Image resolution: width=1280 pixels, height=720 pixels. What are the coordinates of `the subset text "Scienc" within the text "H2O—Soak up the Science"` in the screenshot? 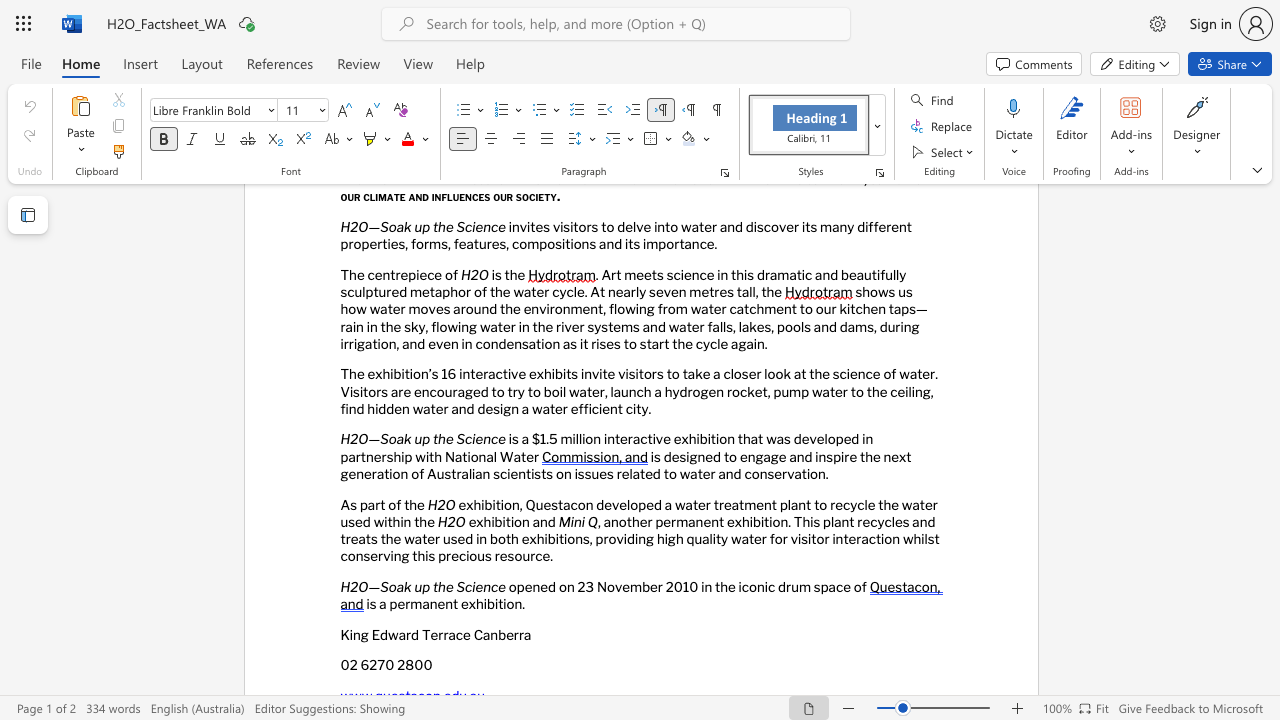 It's located at (455, 438).